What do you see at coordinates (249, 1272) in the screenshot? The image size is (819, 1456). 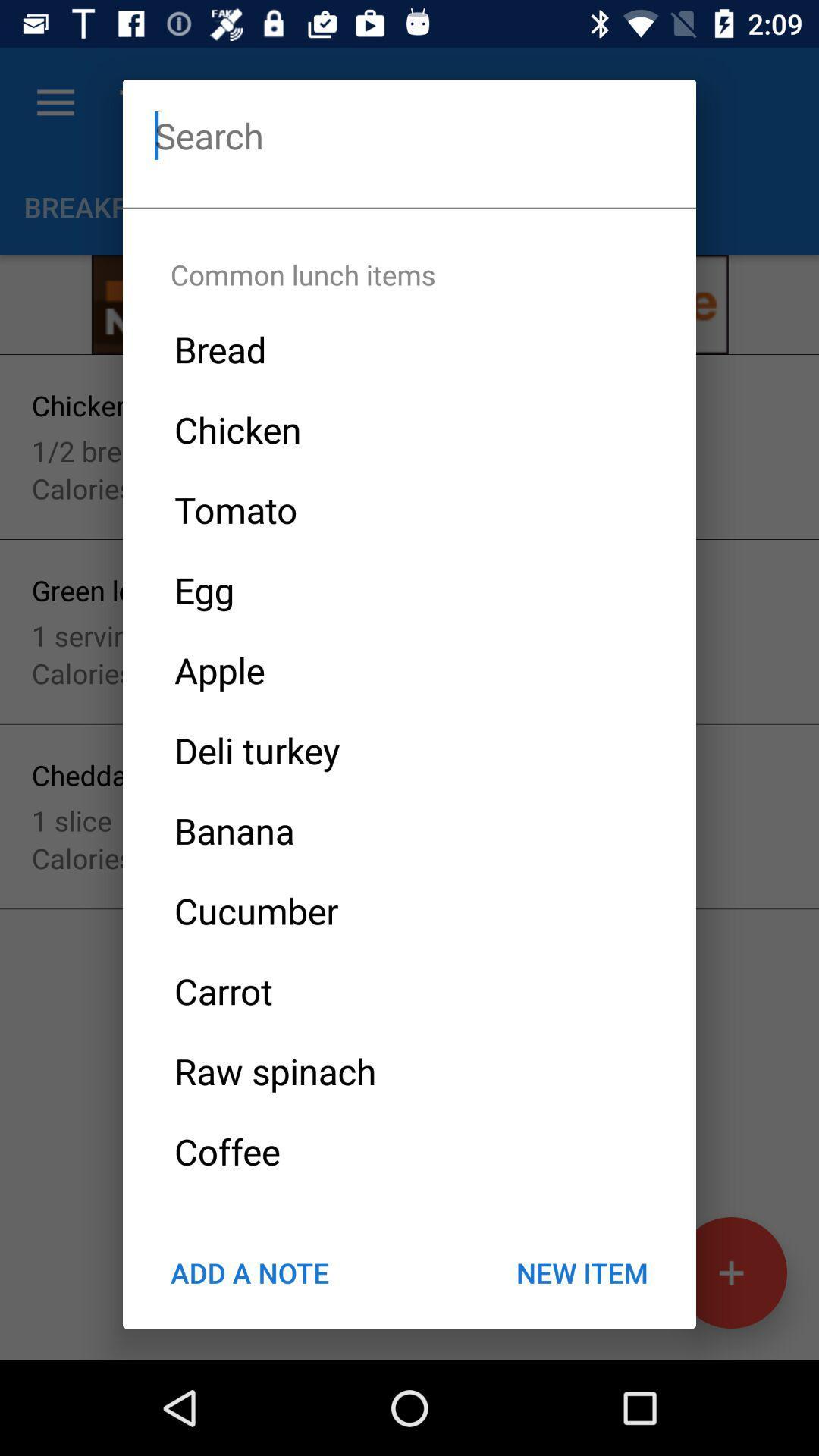 I see `the add a note icon` at bounding box center [249, 1272].